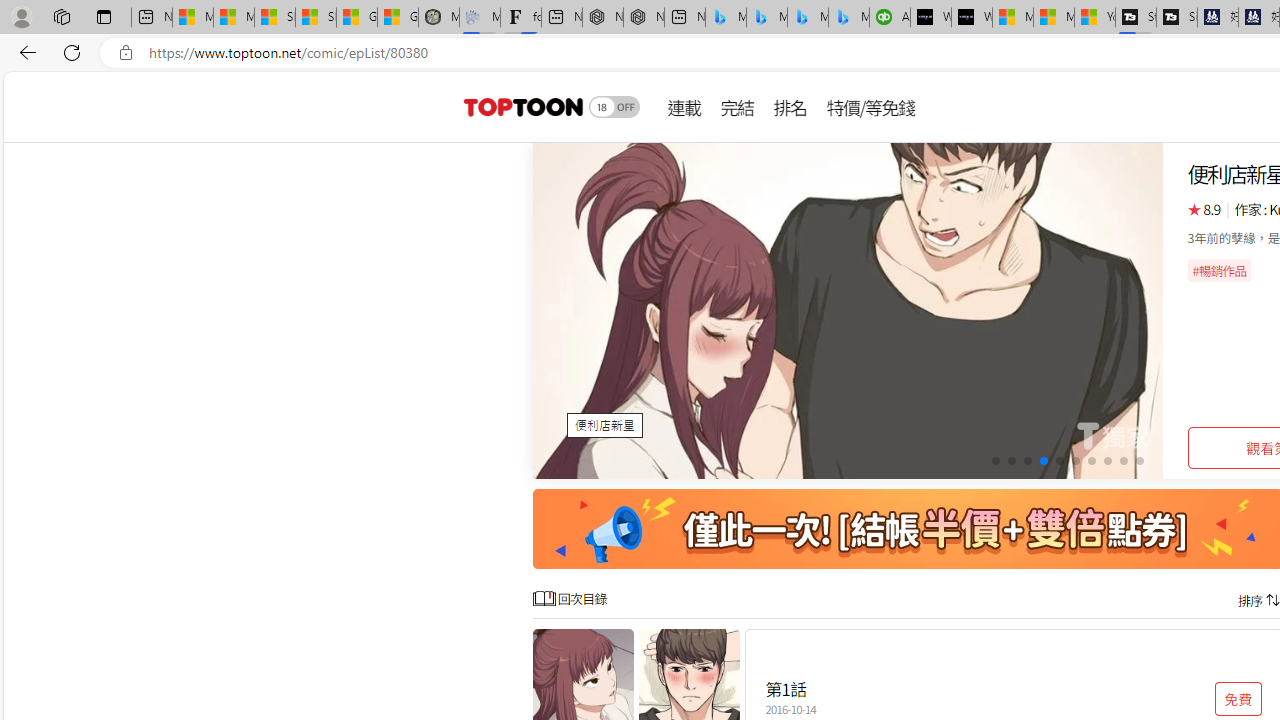 The height and width of the screenshot is (720, 1280). I want to click on 'Go to slide 9', so click(1123, 461).